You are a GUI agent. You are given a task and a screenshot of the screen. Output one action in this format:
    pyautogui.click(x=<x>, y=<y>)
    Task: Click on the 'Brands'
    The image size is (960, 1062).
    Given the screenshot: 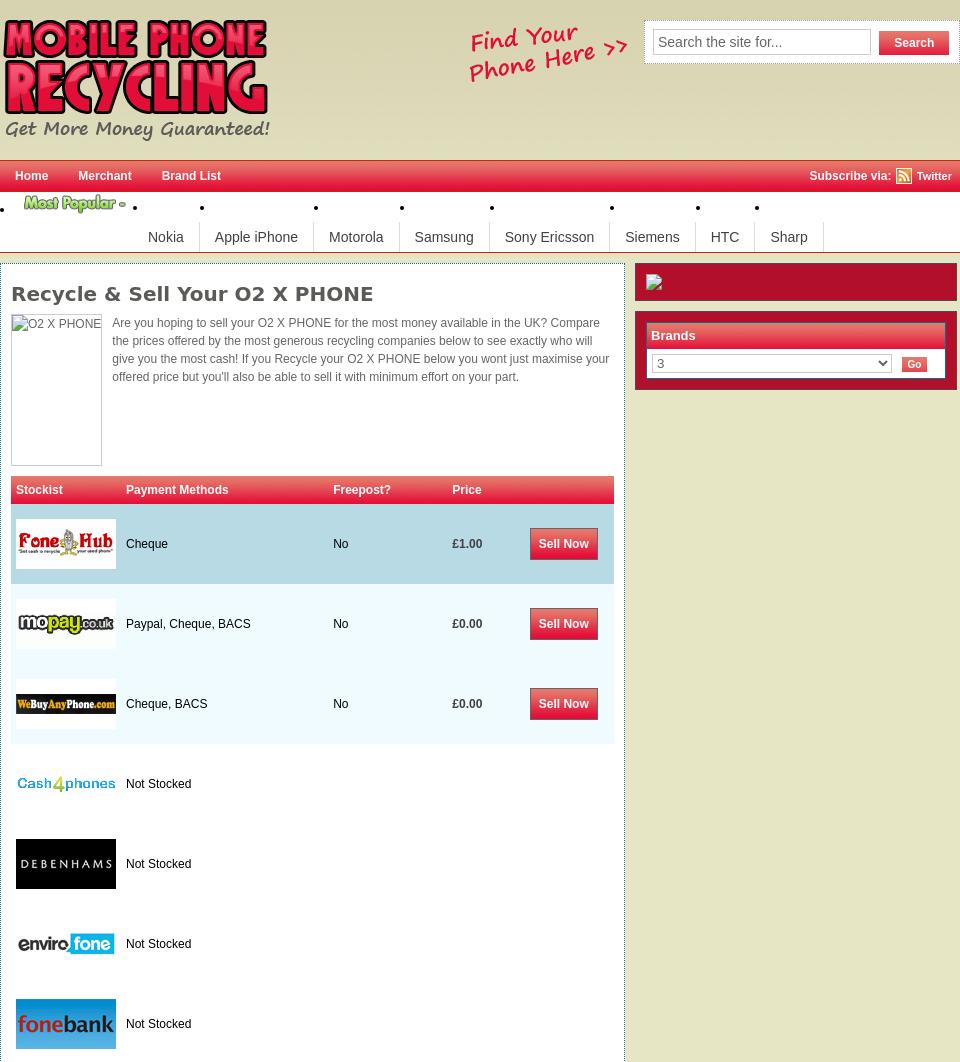 What is the action you would take?
    pyautogui.click(x=672, y=334)
    